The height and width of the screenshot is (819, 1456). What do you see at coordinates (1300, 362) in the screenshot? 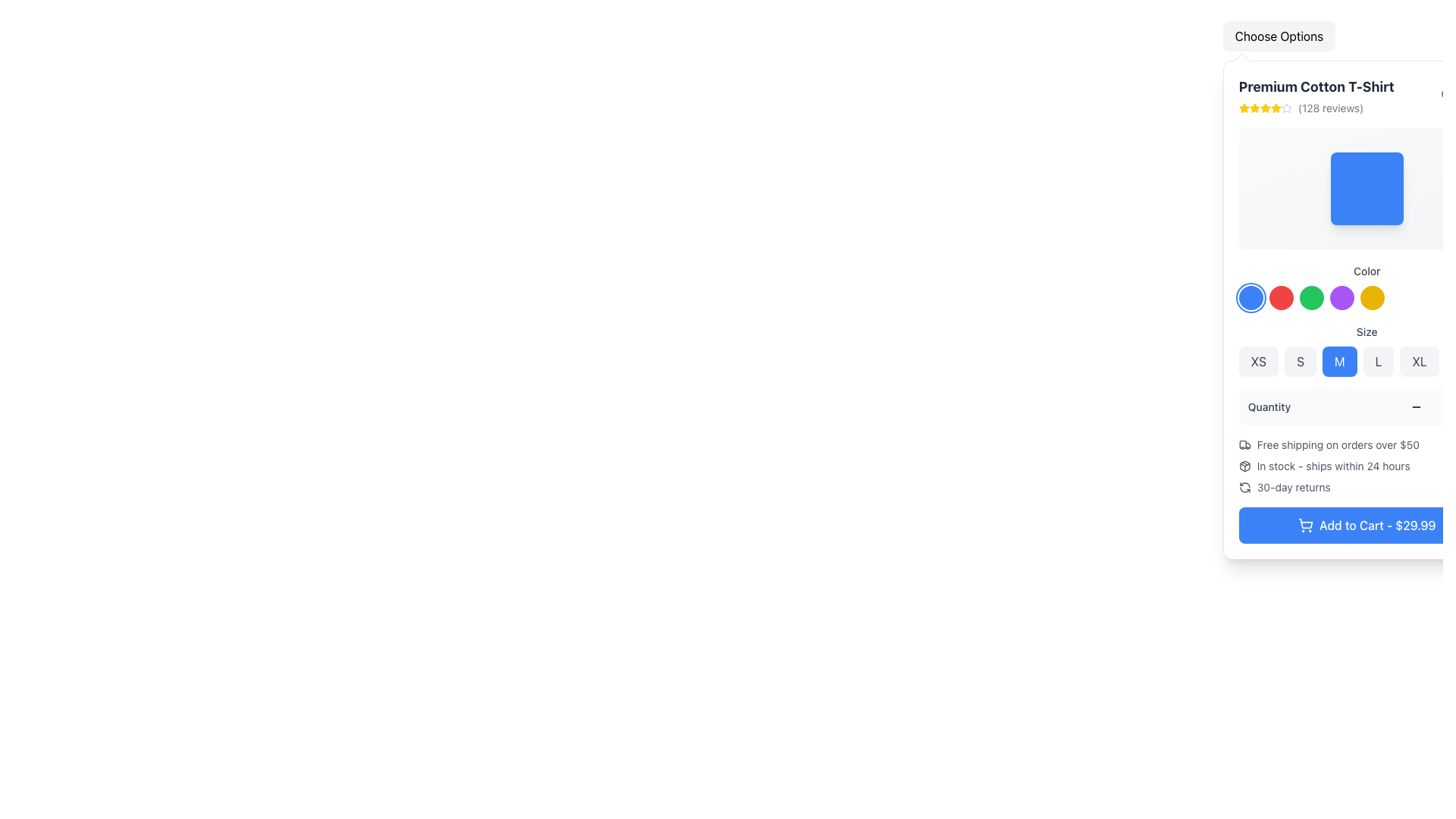
I see `the 'Small' (S) button in the size selection area` at bounding box center [1300, 362].